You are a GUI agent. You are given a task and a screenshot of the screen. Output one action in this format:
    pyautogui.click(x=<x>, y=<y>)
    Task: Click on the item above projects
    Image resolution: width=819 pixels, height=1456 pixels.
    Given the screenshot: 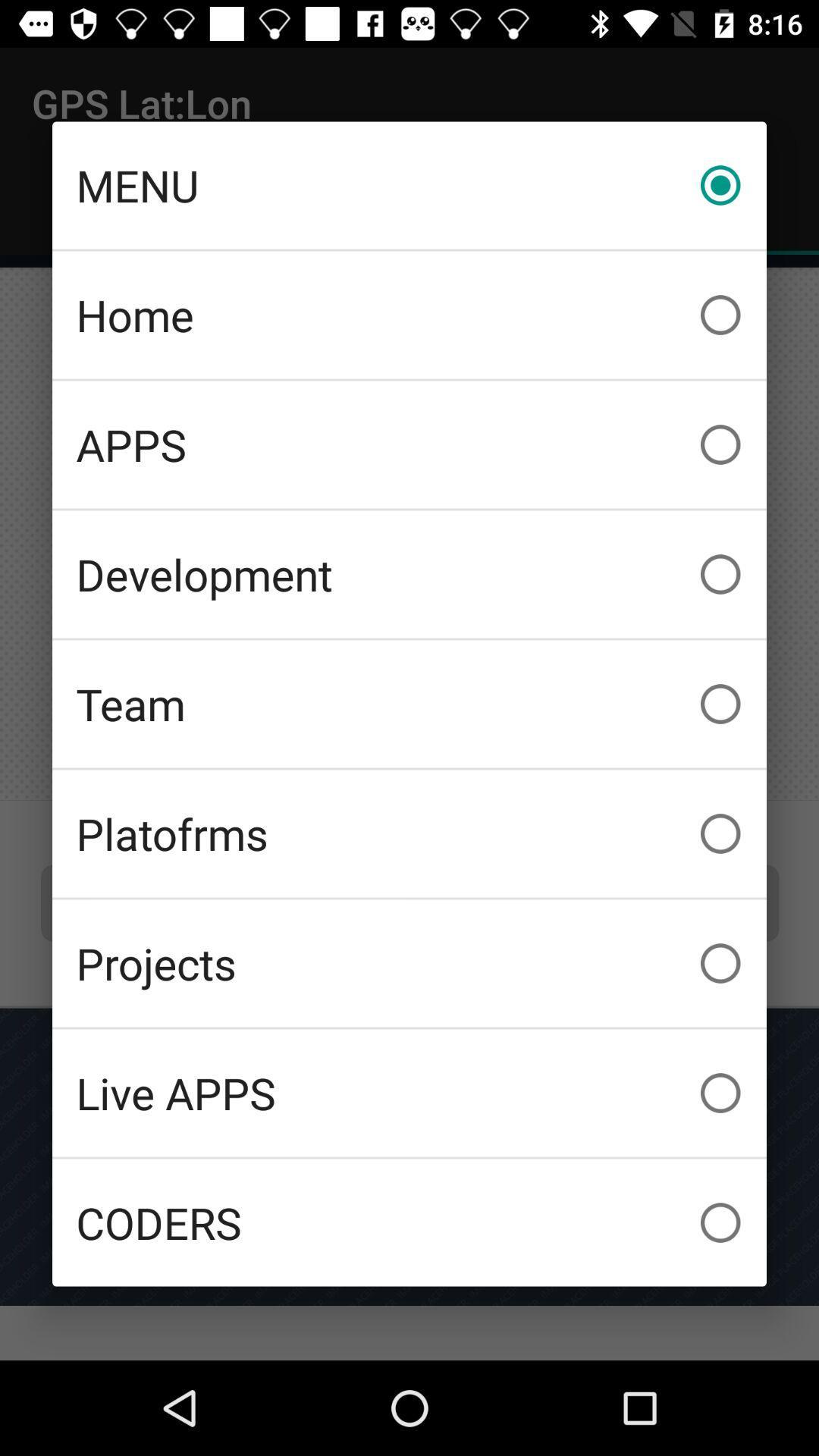 What is the action you would take?
    pyautogui.click(x=409, y=833)
    